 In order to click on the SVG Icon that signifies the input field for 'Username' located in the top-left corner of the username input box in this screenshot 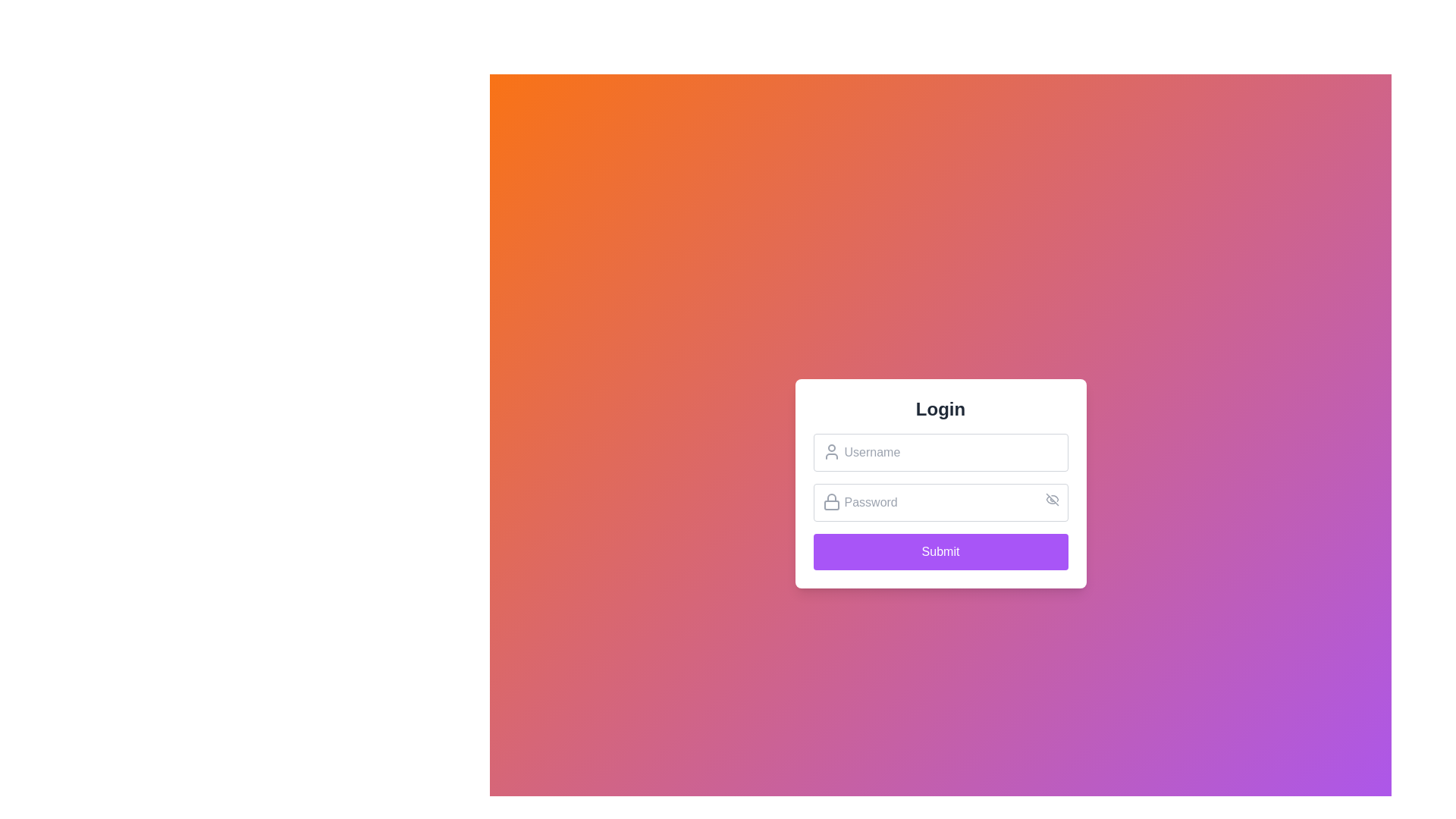, I will do `click(830, 451)`.